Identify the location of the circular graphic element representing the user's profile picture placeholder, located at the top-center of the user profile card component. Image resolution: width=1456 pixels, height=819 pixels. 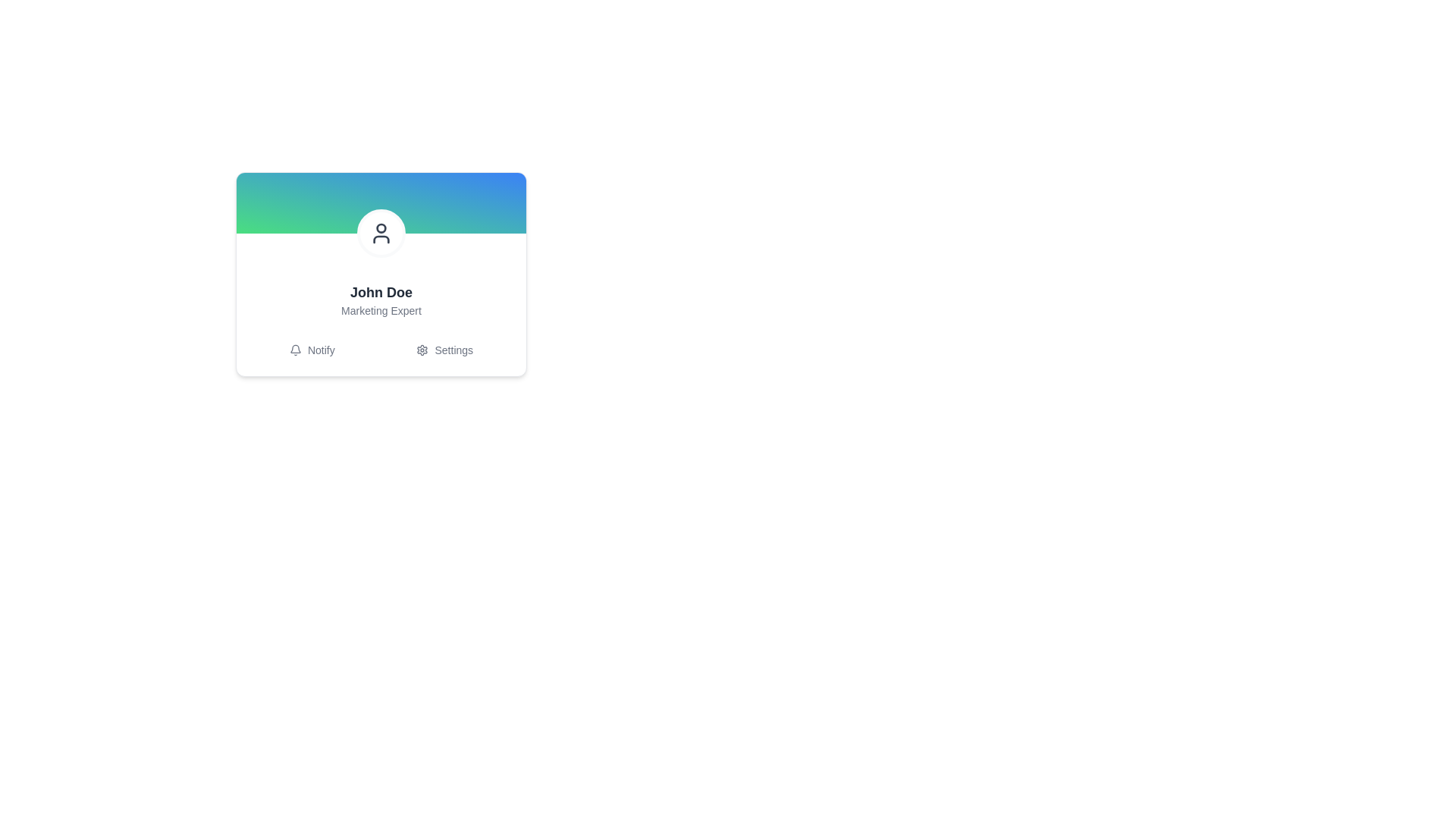
(381, 227).